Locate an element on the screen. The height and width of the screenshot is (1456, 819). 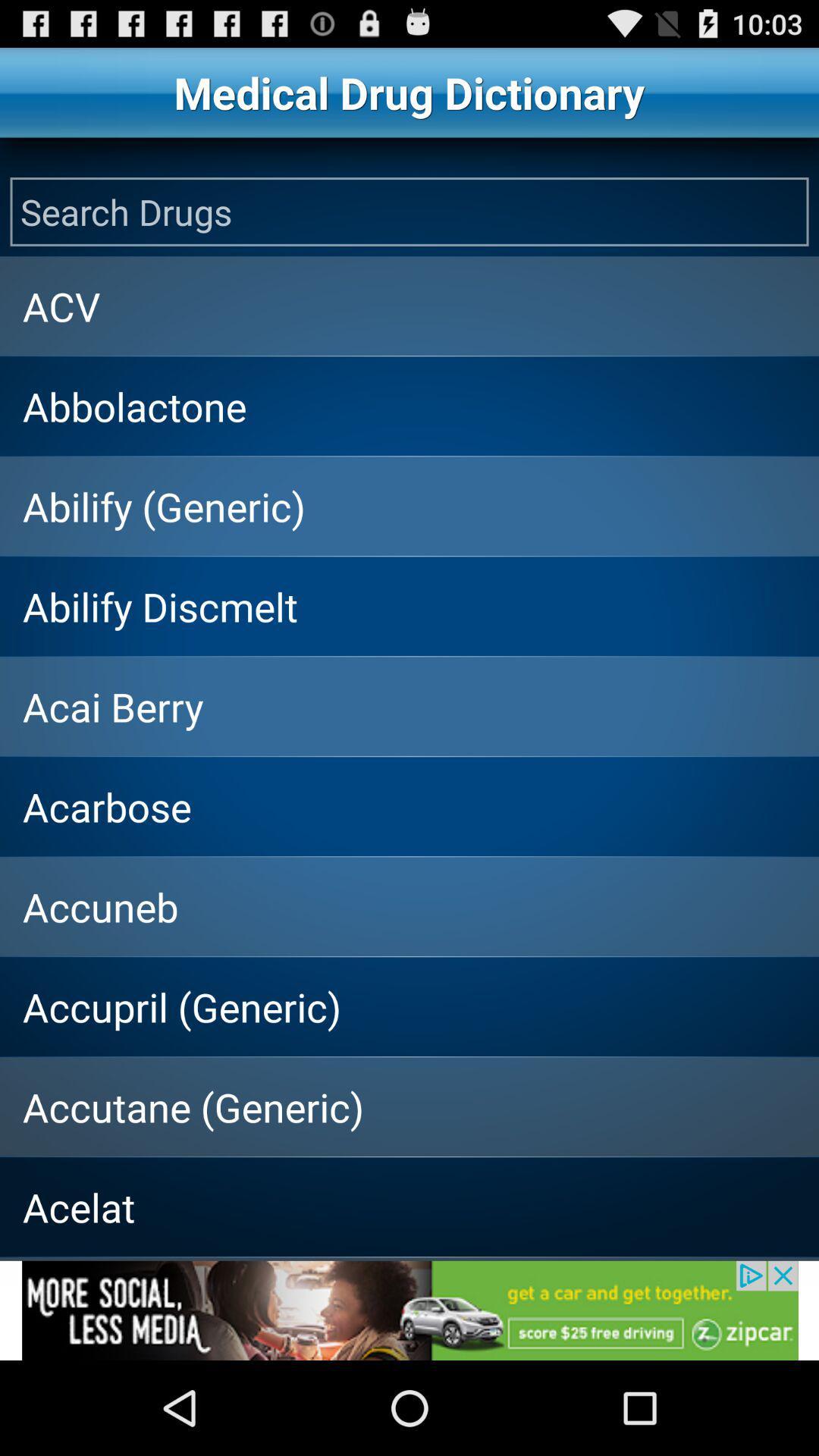
search drugs is located at coordinates (409, 211).